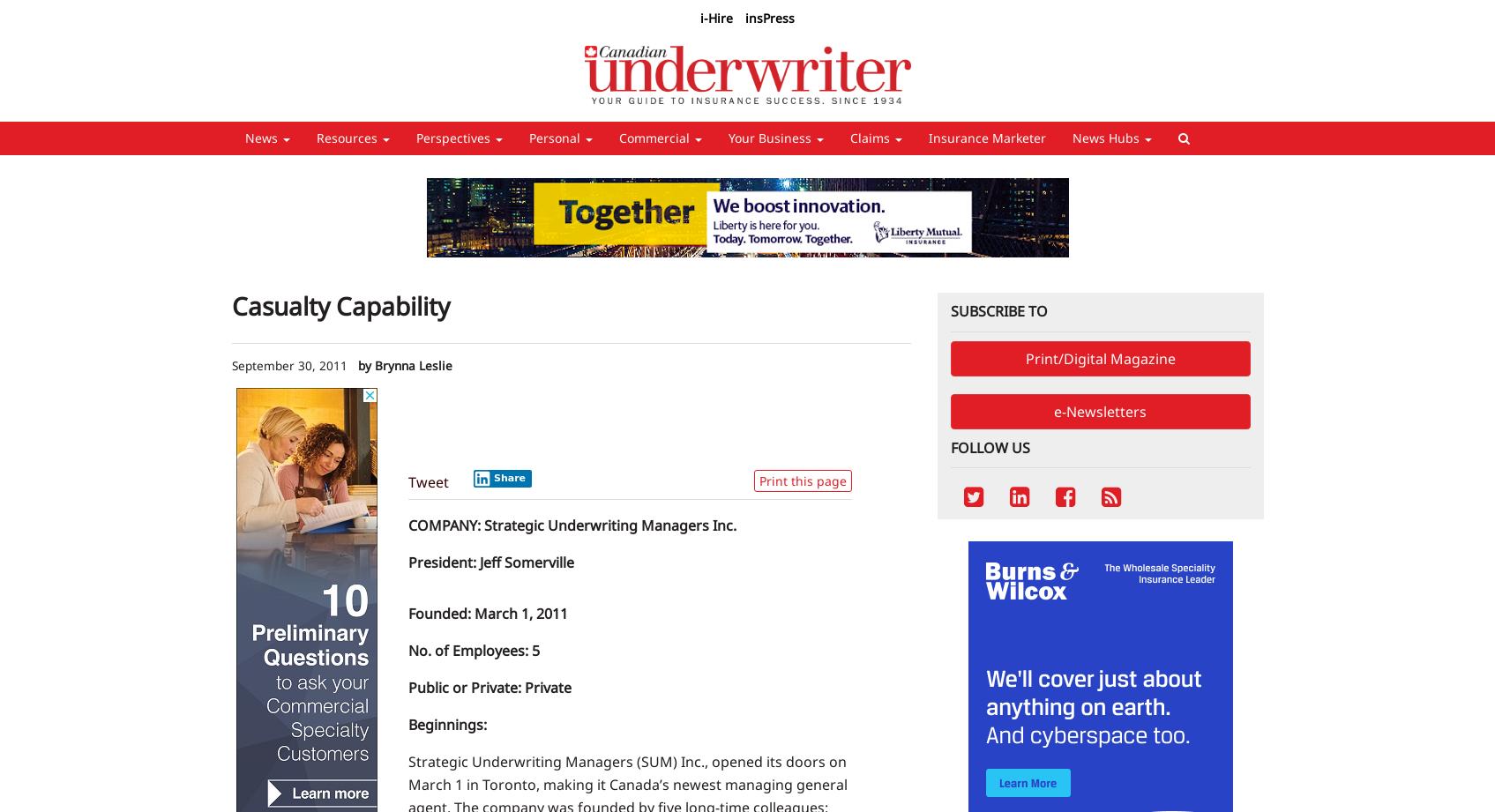 The width and height of the screenshot is (1495, 812). I want to click on 'Casualty Capability', so click(231, 306).